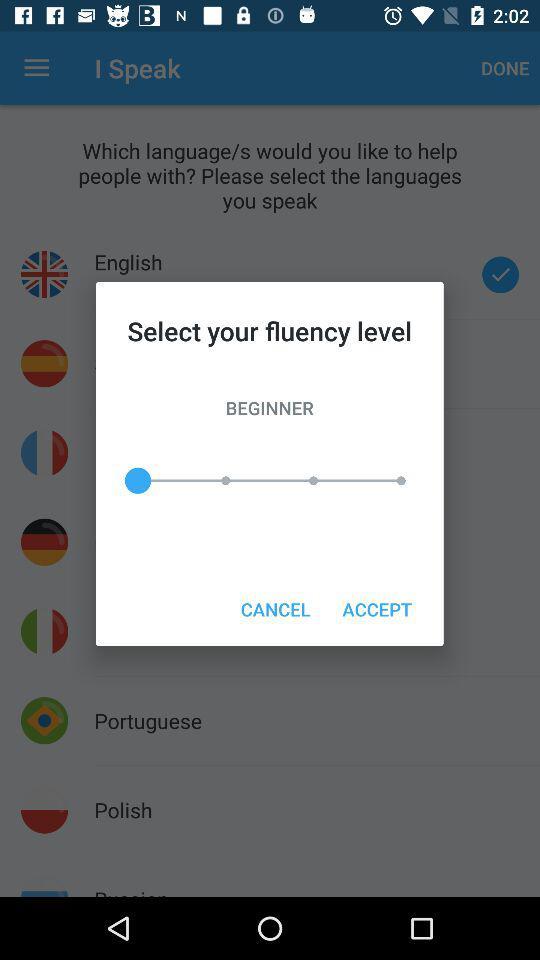 This screenshot has width=540, height=960. What do you see at coordinates (377, 608) in the screenshot?
I see `the icon to the right of the cancel icon` at bounding box center [377, 608].